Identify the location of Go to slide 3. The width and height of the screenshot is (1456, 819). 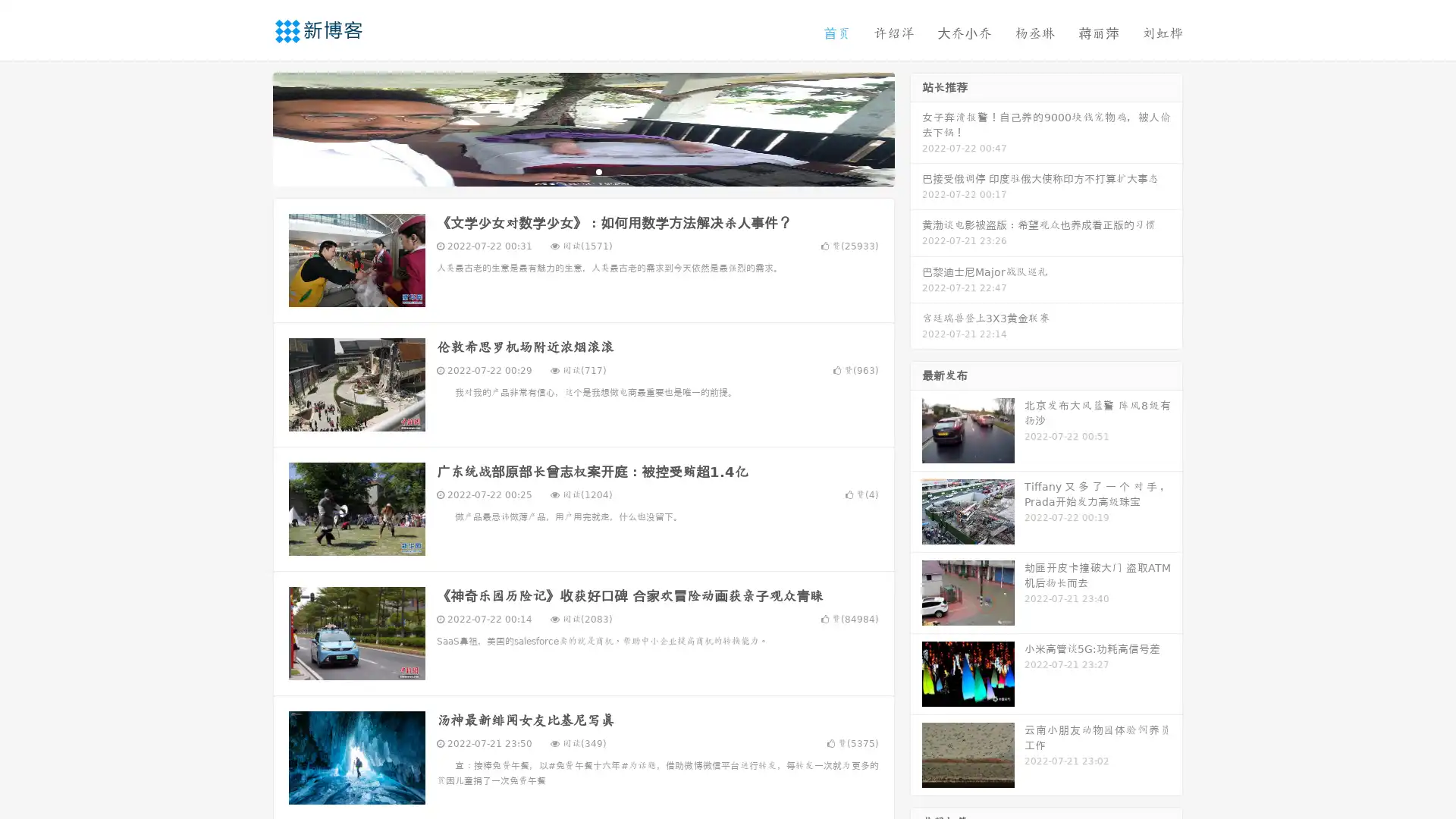
(598, 171).